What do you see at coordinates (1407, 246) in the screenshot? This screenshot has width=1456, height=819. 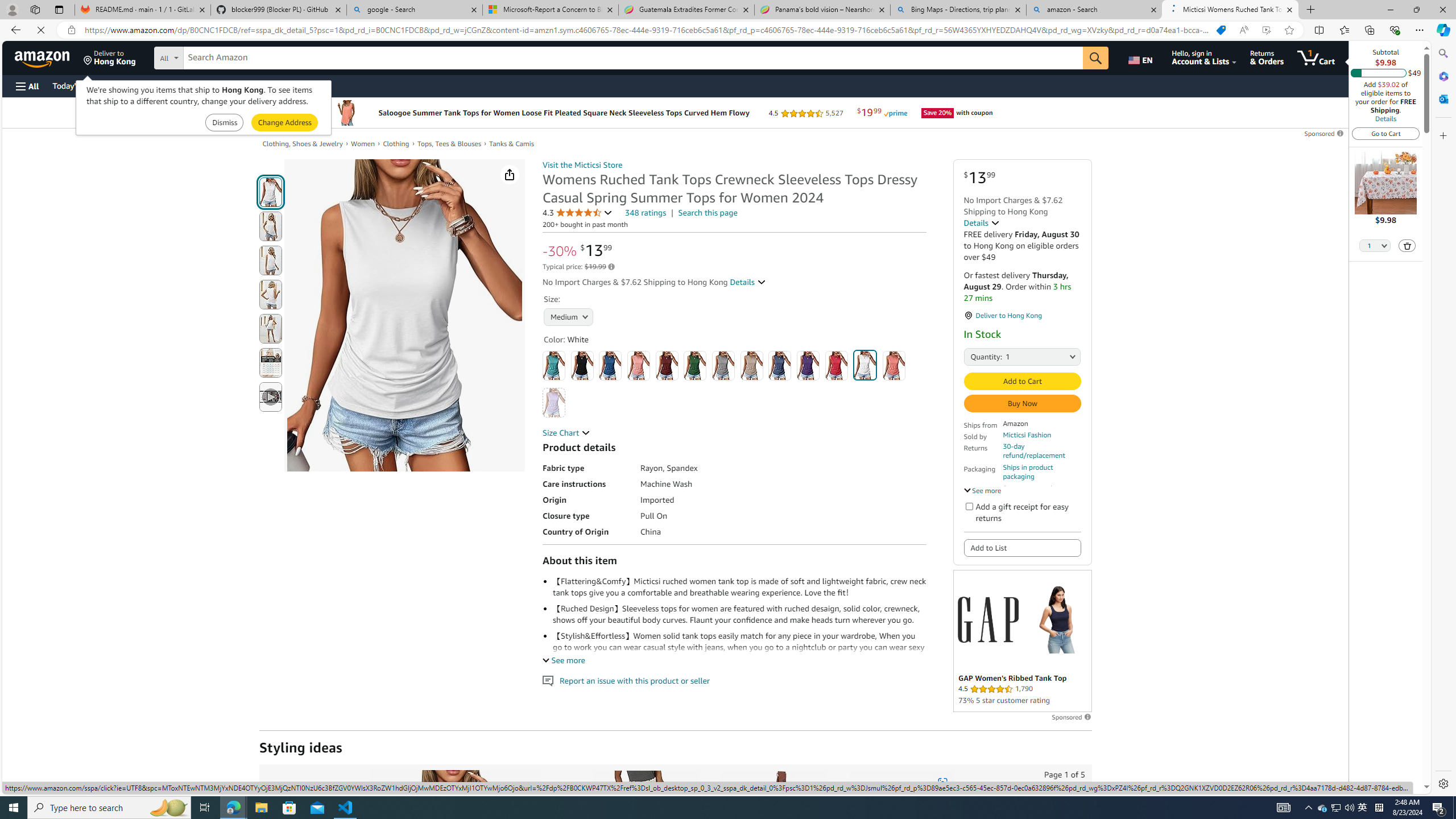 I see `'Delete'` at bounding box center [1407, 246].